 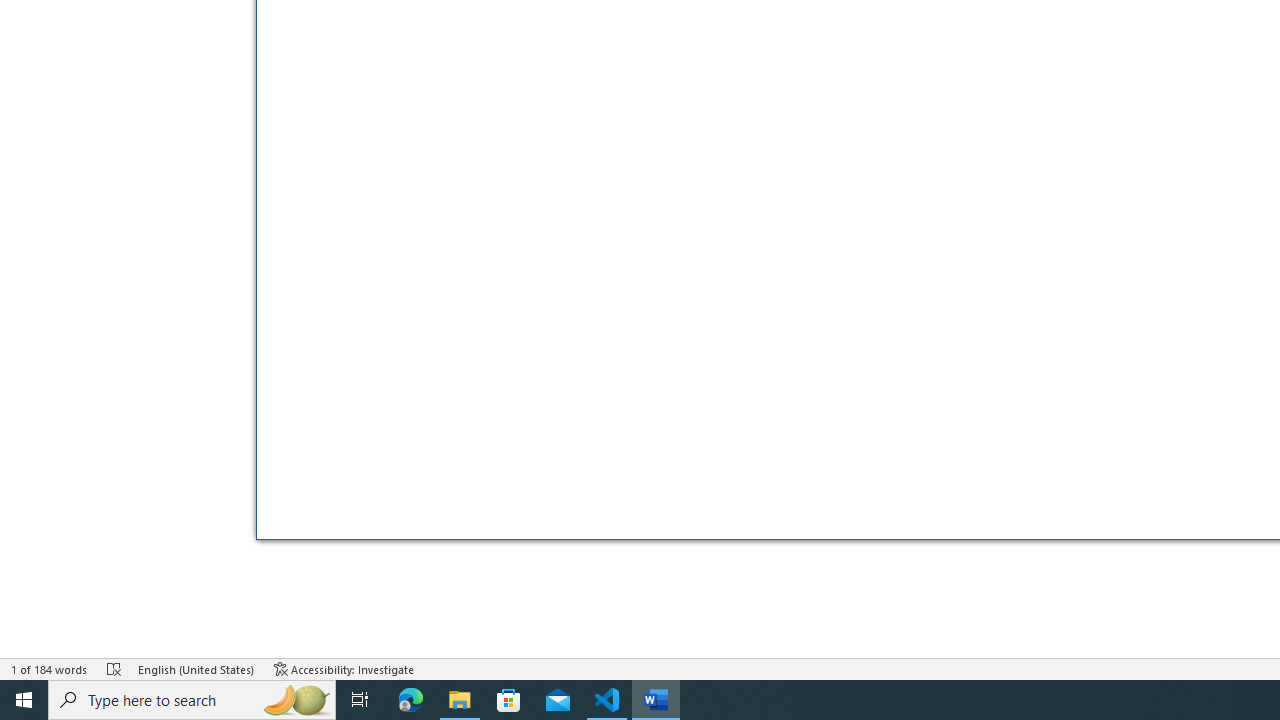 What do you see at coordinates (24, 698) in the screenshot?
I see `'Start'` at bounding box center [24, 698].